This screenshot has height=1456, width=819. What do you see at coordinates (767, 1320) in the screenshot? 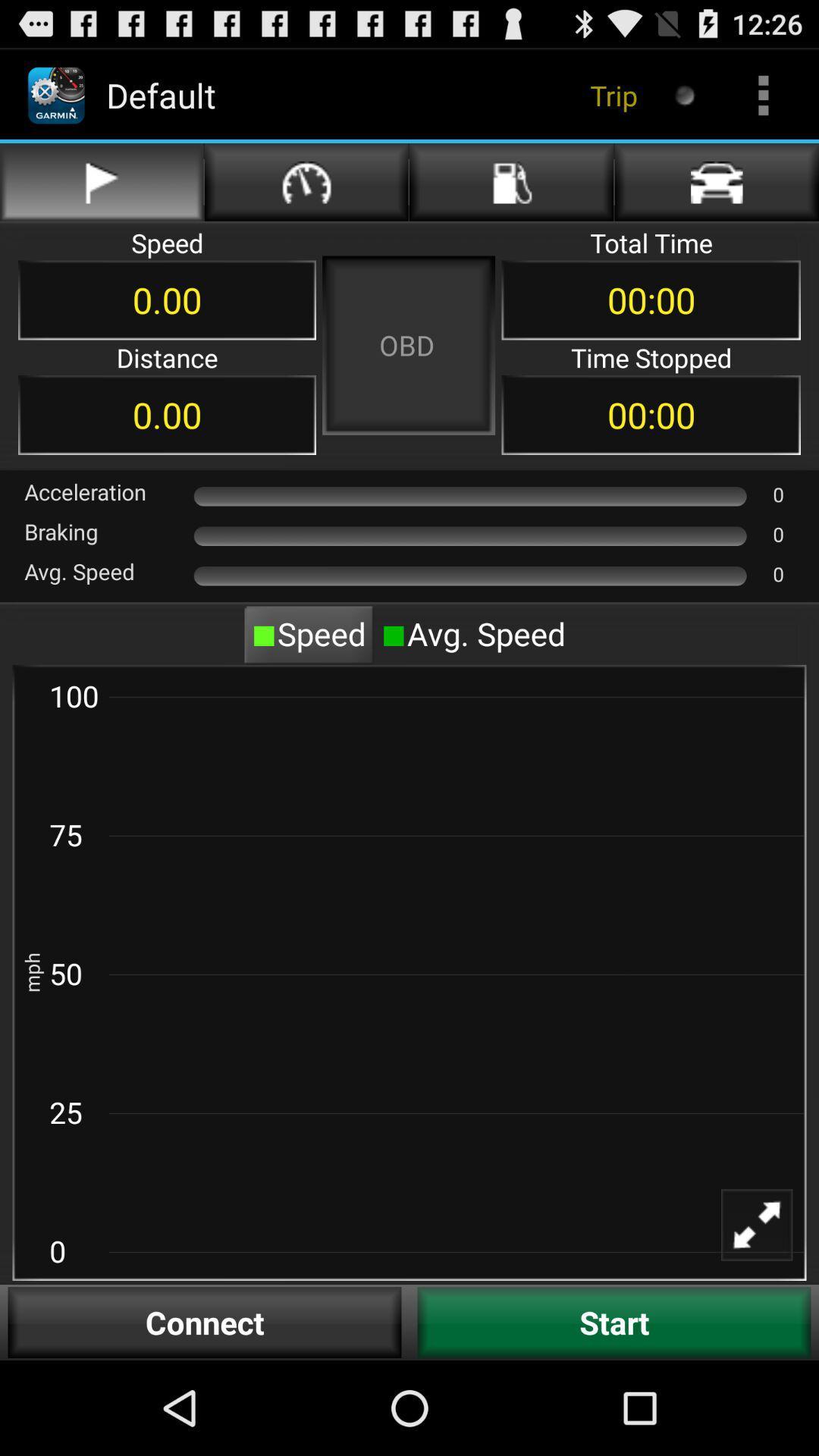
I see `the fullscreen icon` at bounding box center [767, 1320].